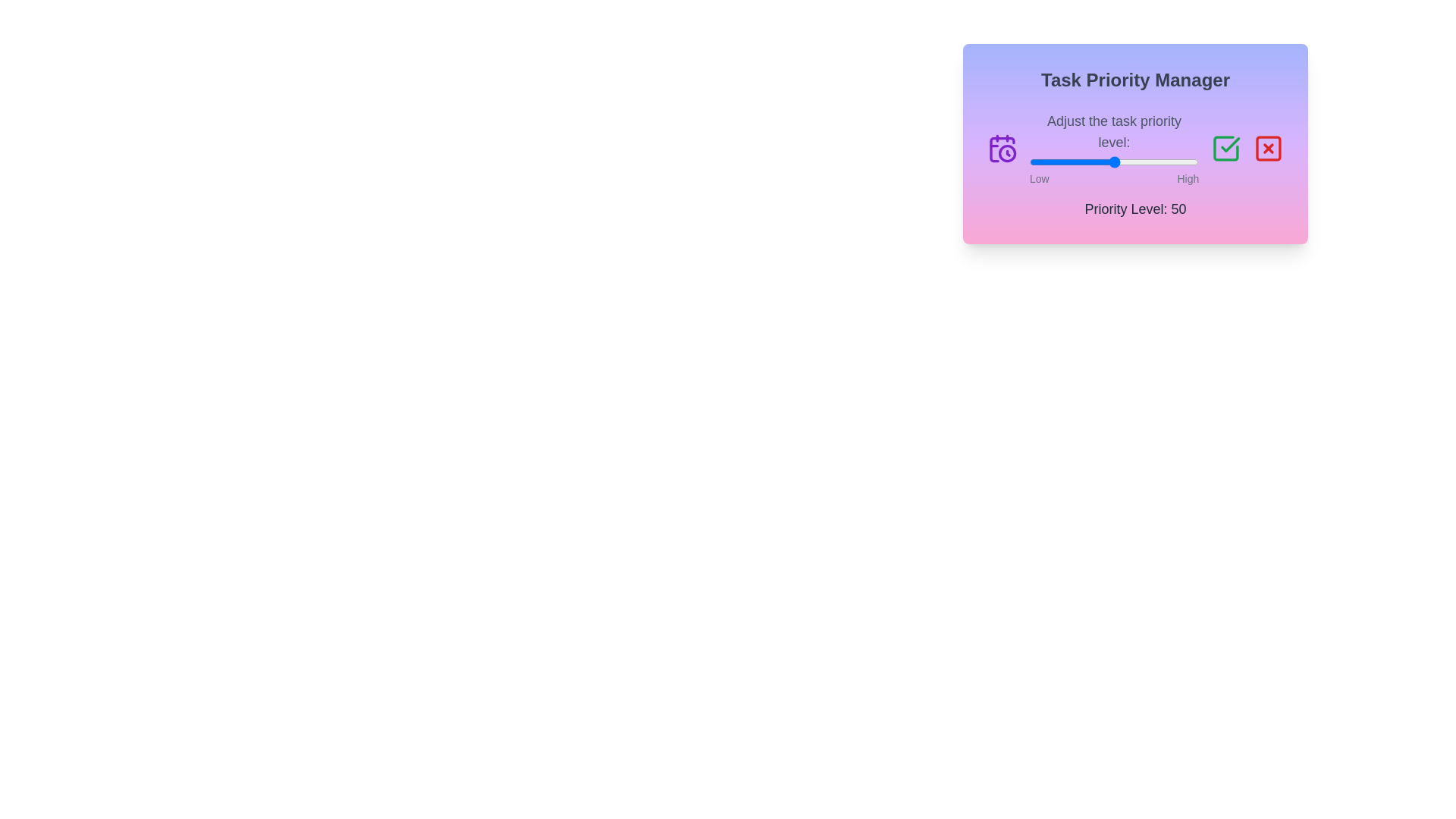 This screenshot has height=819, width=1456. I want to click on the task priority to 93 by adjusting the slider, so click(1186, 162).